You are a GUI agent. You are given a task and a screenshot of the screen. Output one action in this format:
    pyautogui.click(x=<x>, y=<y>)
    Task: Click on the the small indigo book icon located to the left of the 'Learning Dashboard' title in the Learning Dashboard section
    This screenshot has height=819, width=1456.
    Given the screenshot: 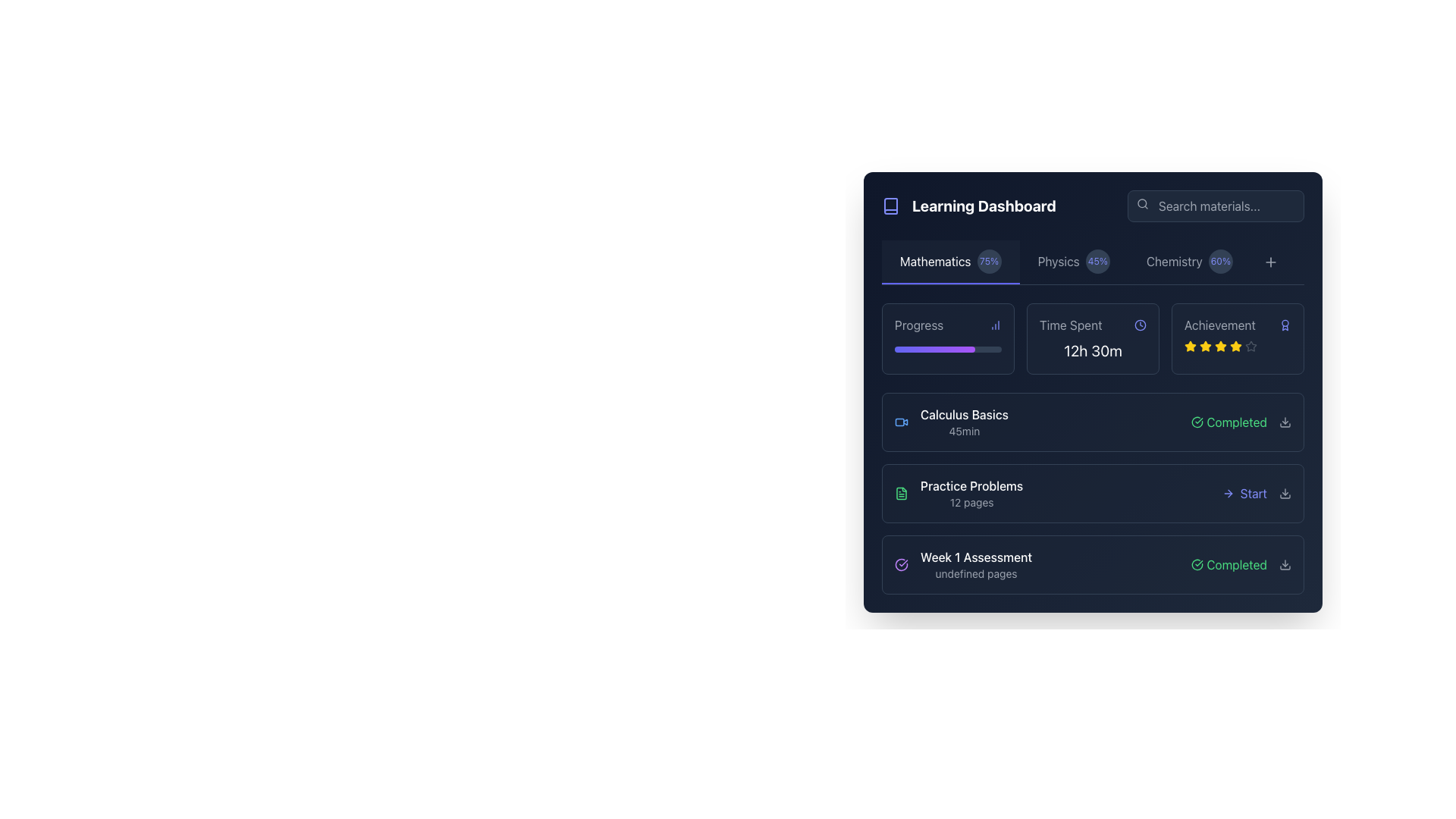 What is the action you would take?
    pyautogui.click(x=891, y=206)
    